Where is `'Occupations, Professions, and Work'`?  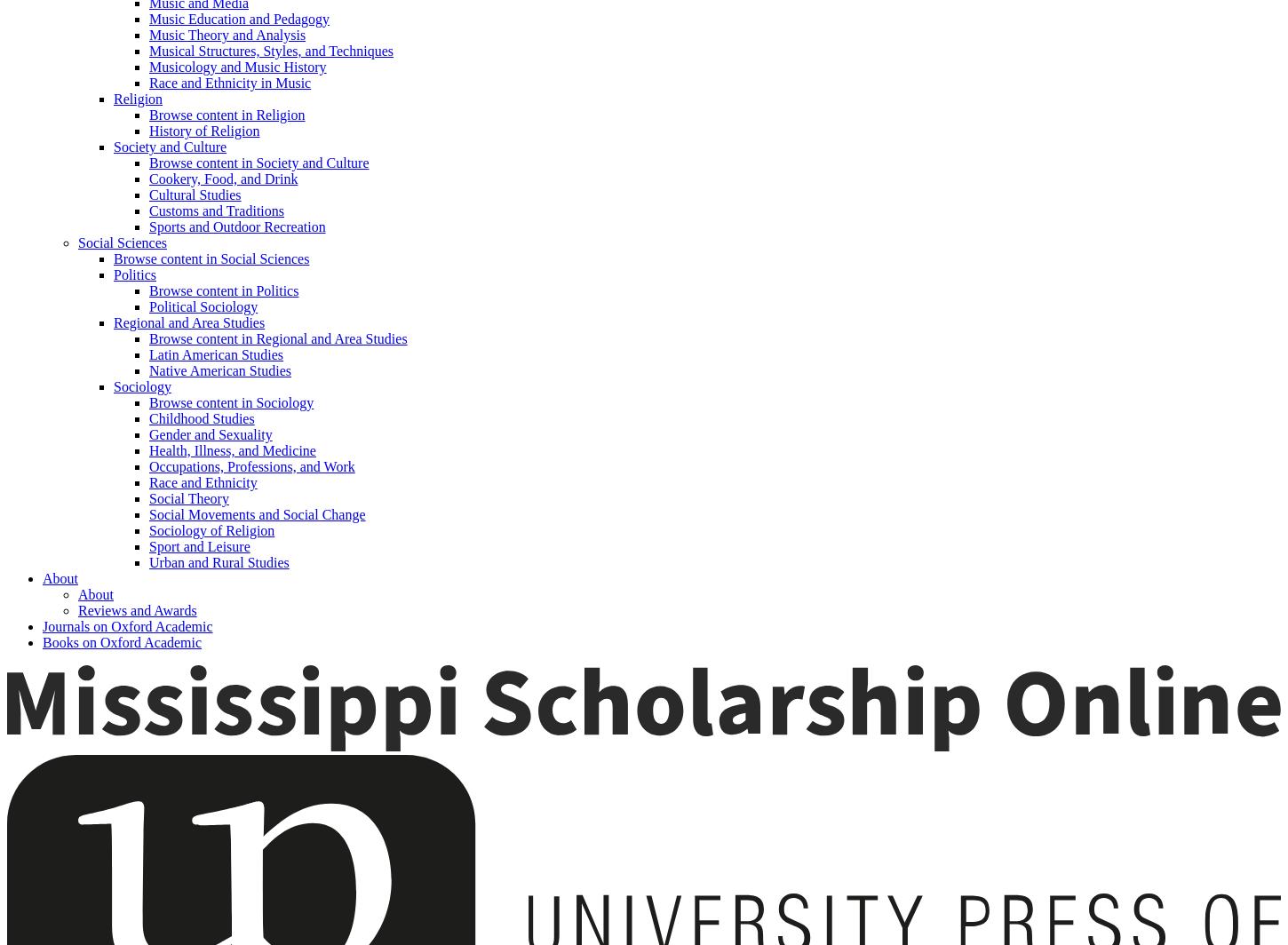 'Occupations, Professions, and Work' is located at coordinates (251, 466).